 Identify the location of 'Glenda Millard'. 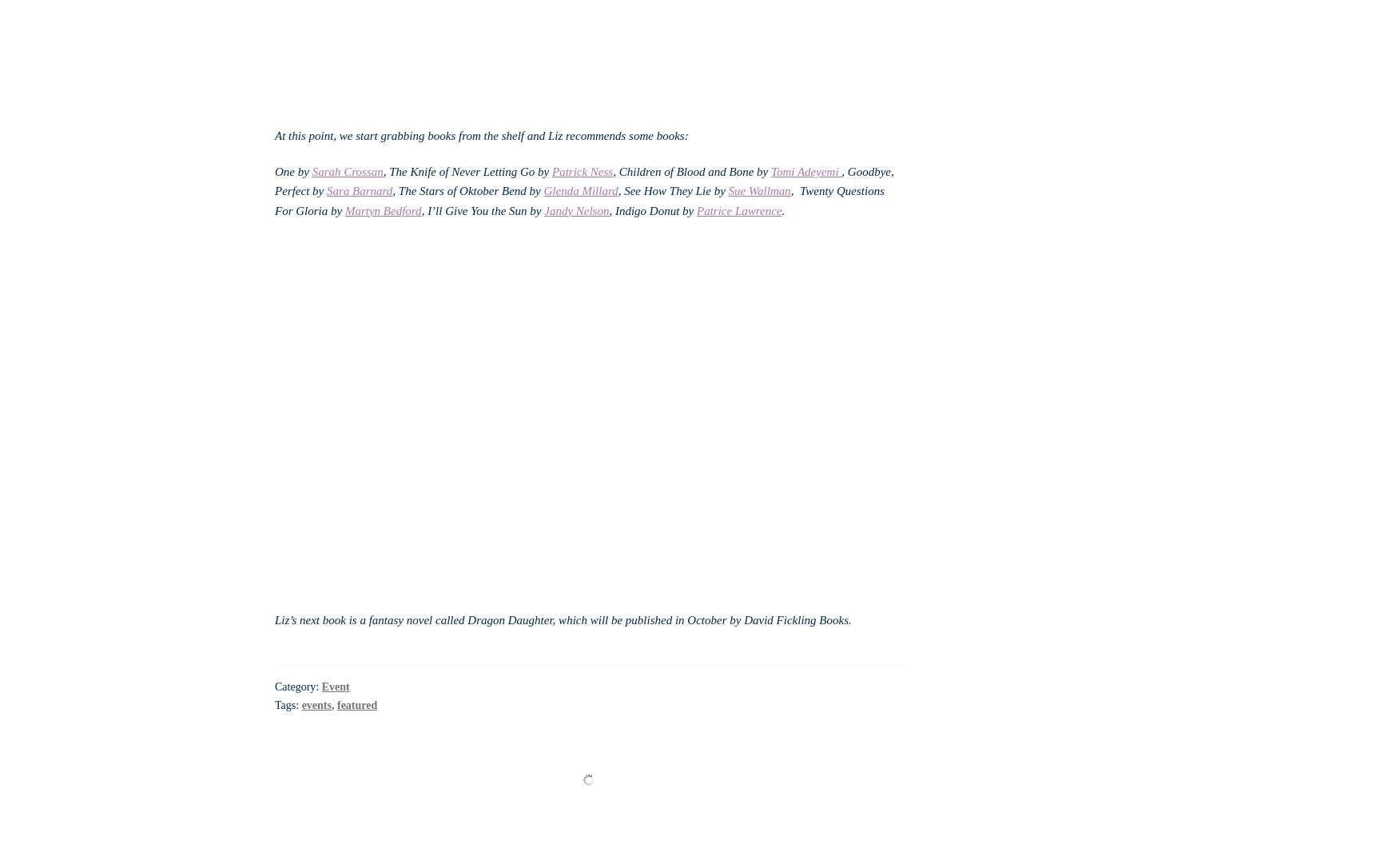
(579, 190).